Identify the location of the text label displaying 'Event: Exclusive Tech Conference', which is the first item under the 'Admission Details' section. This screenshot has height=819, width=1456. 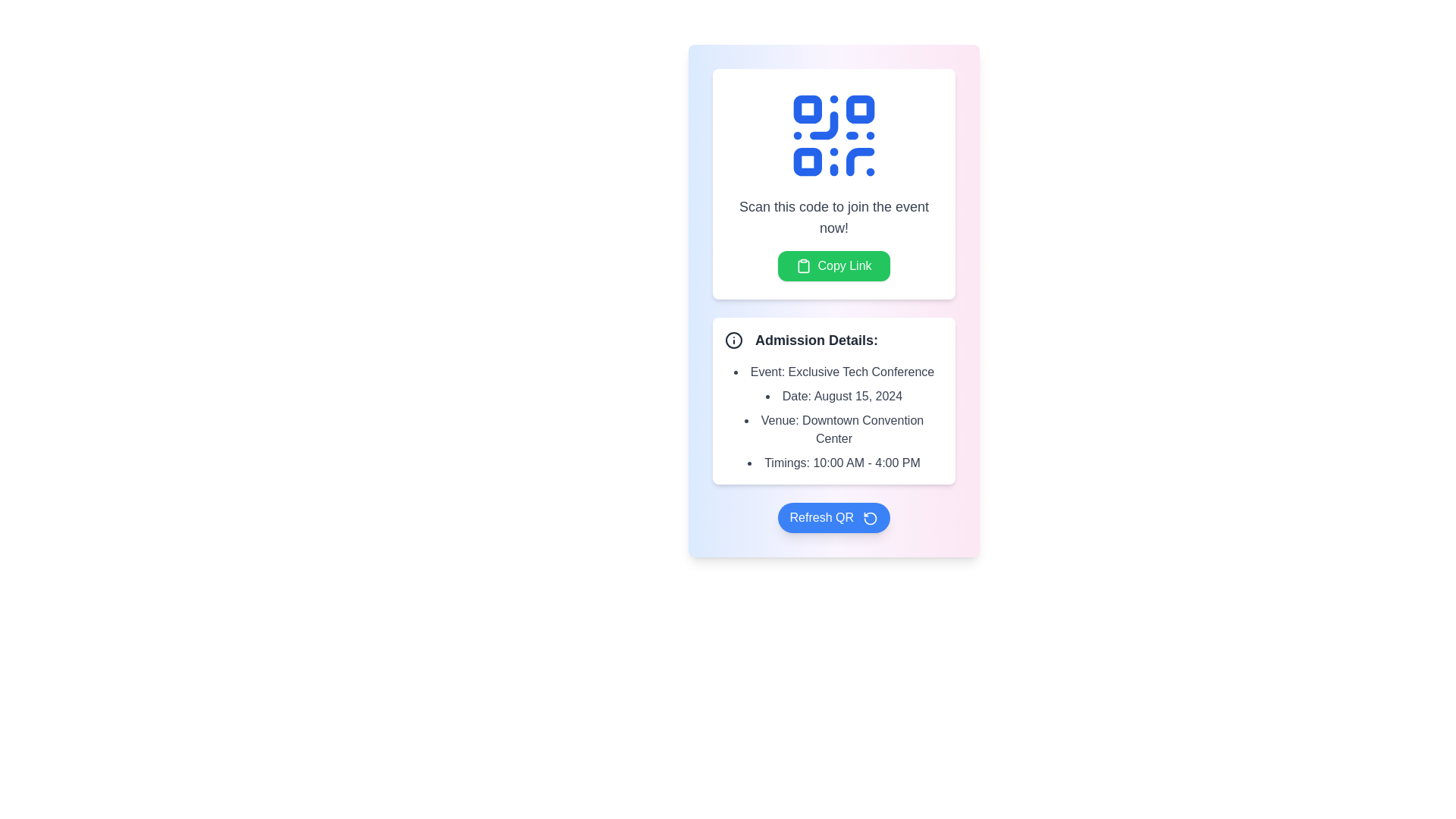
(833, 372).